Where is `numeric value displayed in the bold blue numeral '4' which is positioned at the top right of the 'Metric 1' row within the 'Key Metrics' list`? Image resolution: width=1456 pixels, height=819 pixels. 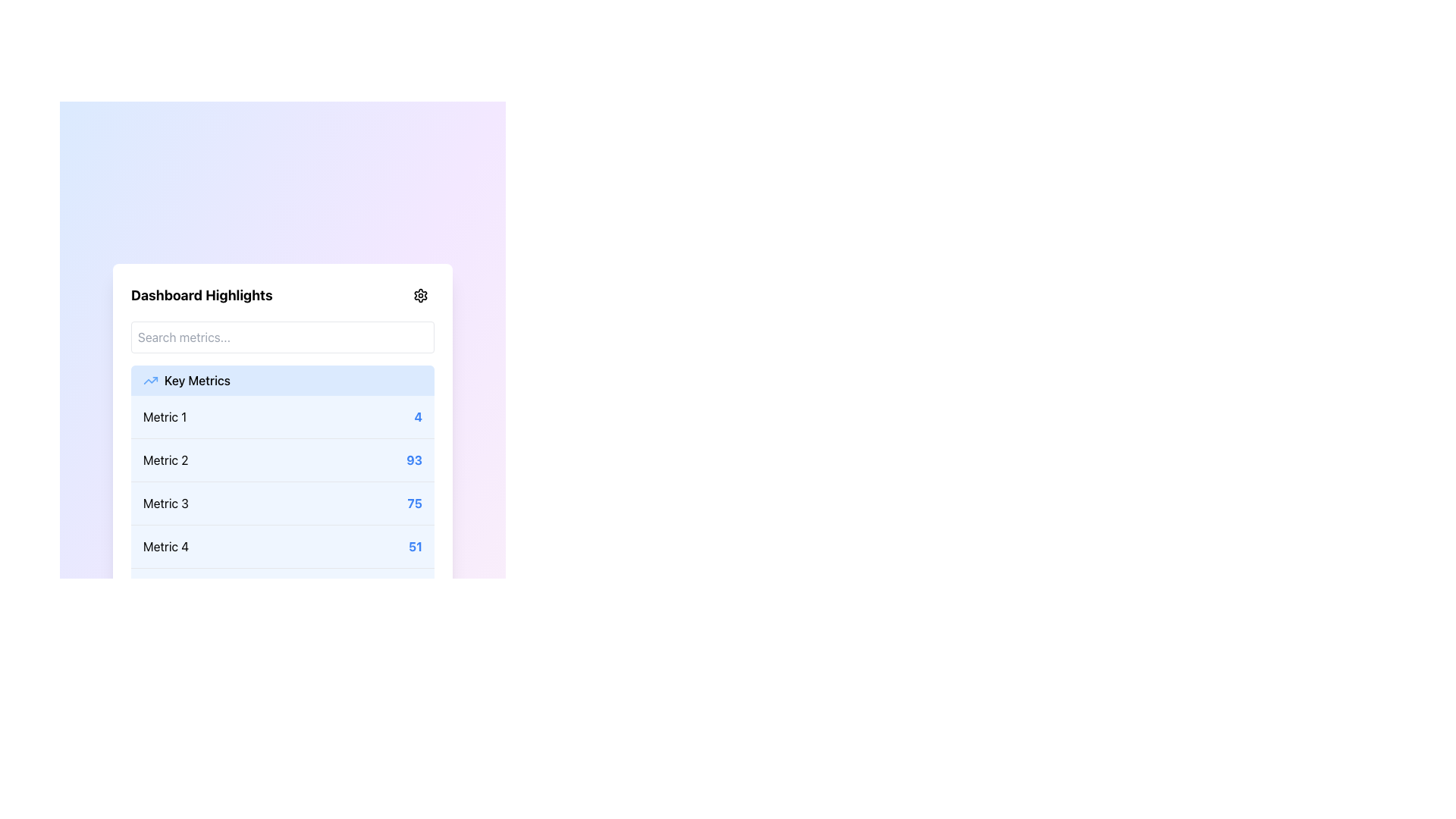
numeric value displayed in the bold blue numeral '4' which is positioned at the top right of the 'Metric 1' row within the 'Key Metrics' list is located at coordinates (418, 417).